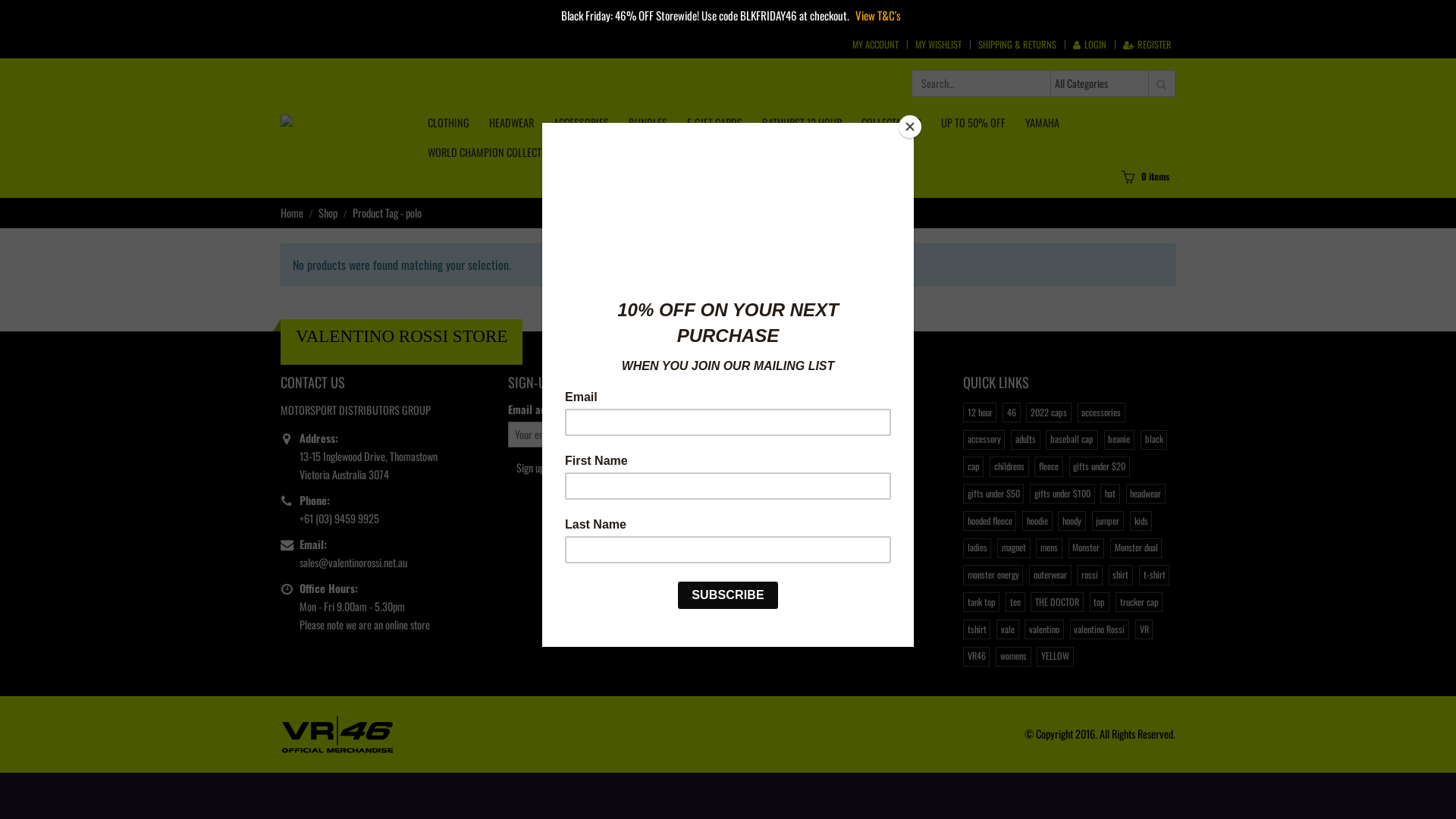  Describe the element at coordinates (993, 575) in the screenshot. I see `'monster energy'` at that location.